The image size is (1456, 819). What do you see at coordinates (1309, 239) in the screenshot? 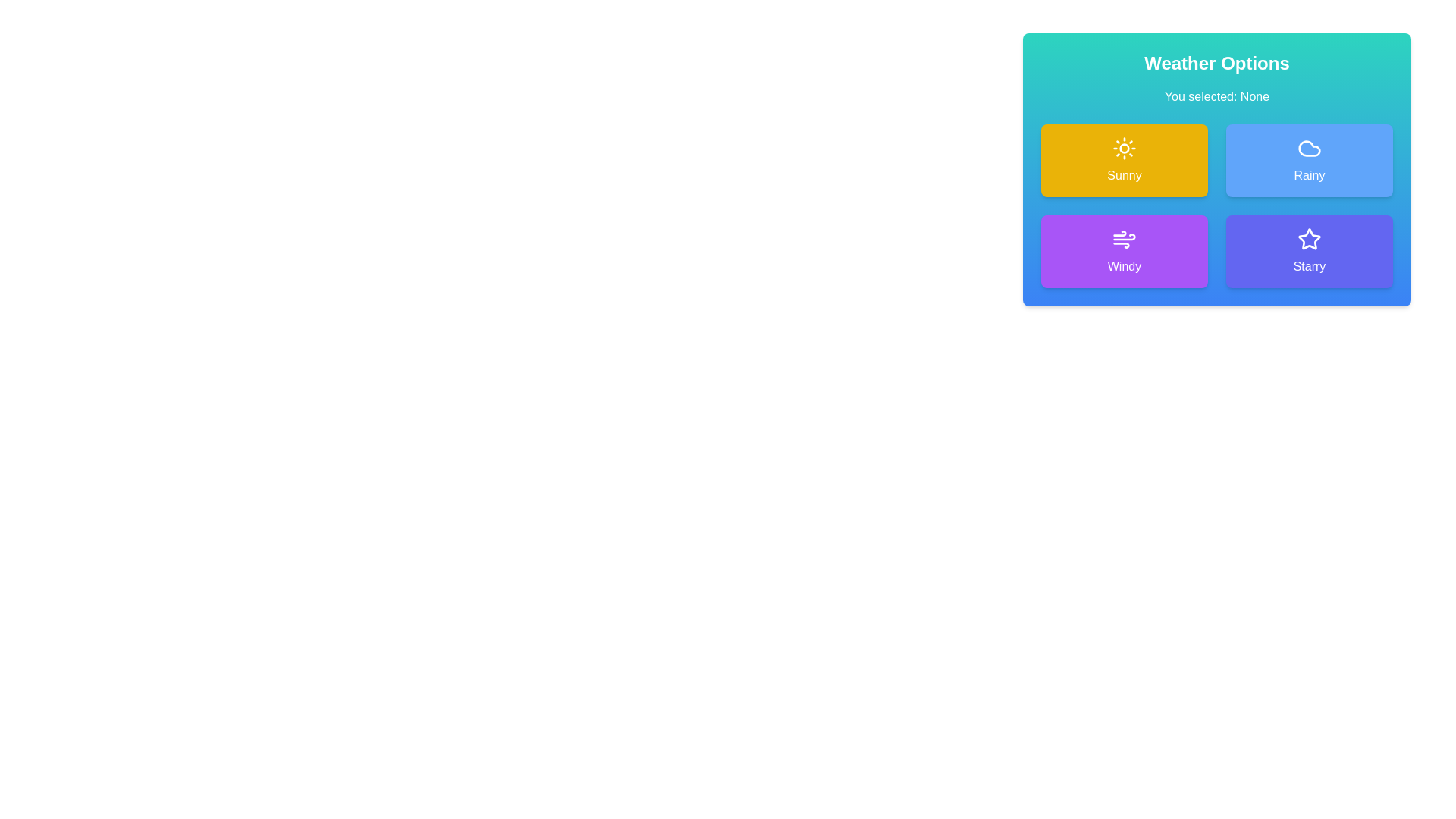
I see `the star icon located in the bottom-right corner of the 'Starry' button` at bounding box center [1309, 239].